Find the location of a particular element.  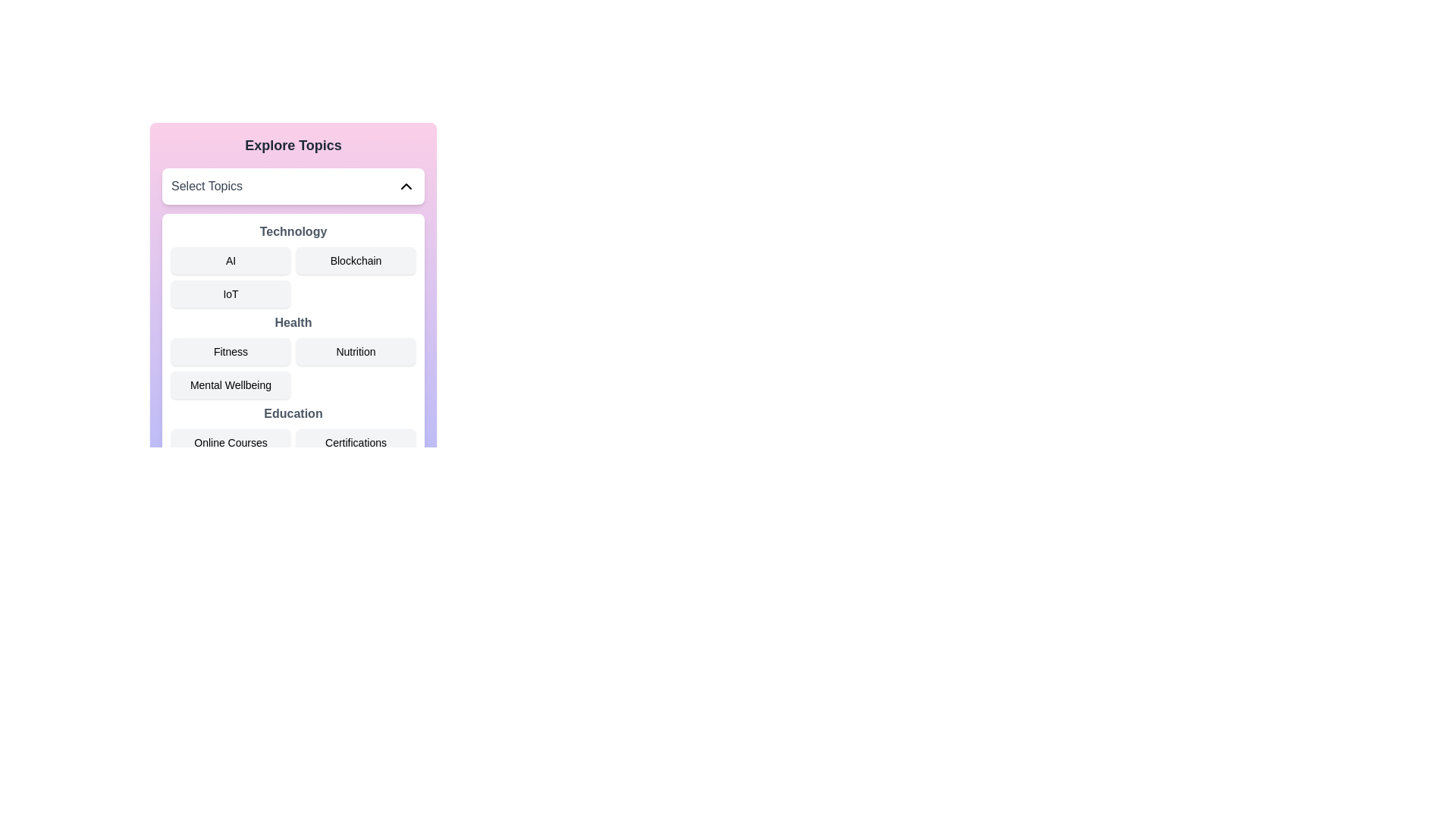

the Dropdown menu trigger button labeled 'Select Topics' is located at coordinates (293, 186).